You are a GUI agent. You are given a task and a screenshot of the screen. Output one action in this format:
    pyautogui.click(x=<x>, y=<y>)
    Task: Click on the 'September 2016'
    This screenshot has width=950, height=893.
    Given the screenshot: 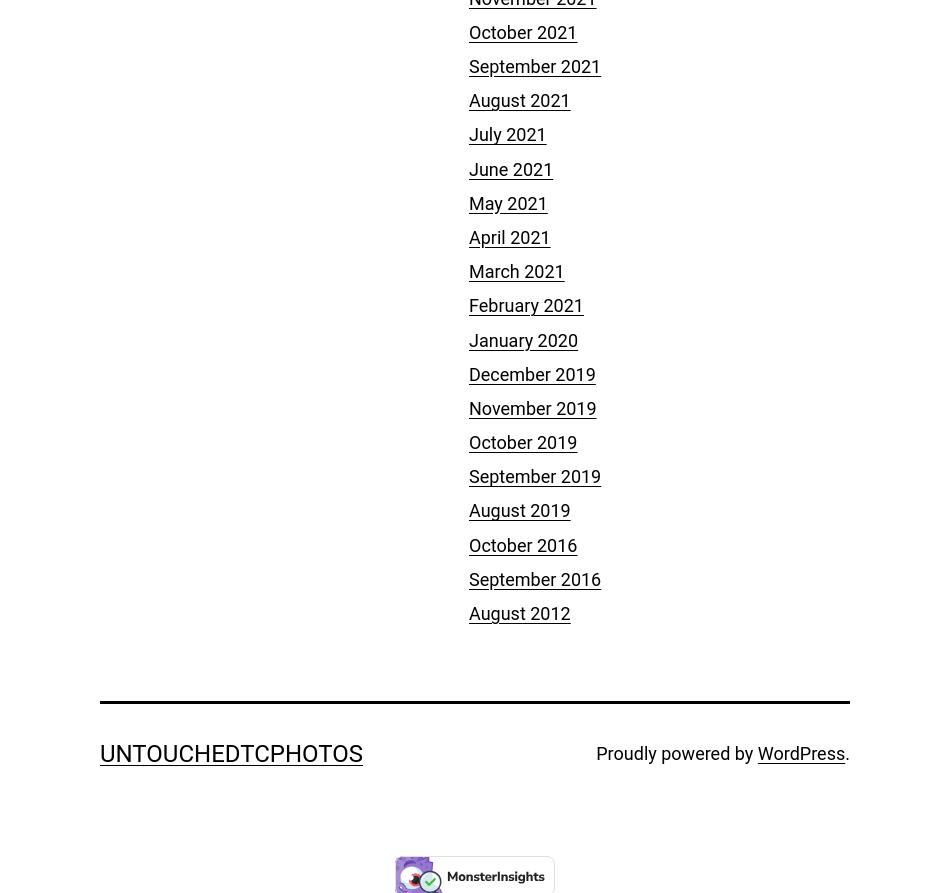 What is the action you would take?
    pyautogui.click(x=535, y=577)
    